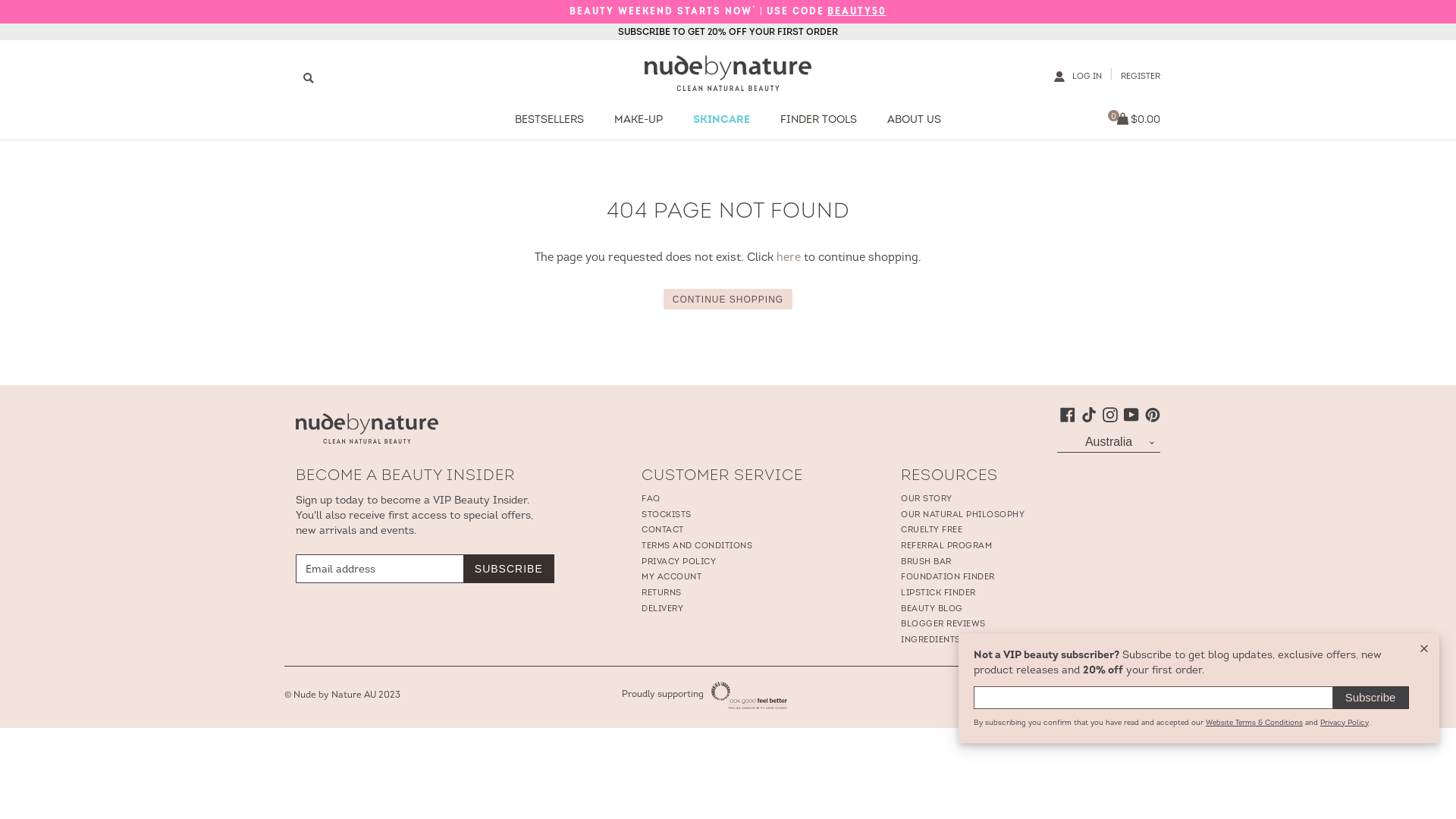 Image resolution: width=1456 pixels, height=819 pixels. Describe the element at coordinates (1319, 722) in the screenshot. I see `'Privacy Policy'` at that location.